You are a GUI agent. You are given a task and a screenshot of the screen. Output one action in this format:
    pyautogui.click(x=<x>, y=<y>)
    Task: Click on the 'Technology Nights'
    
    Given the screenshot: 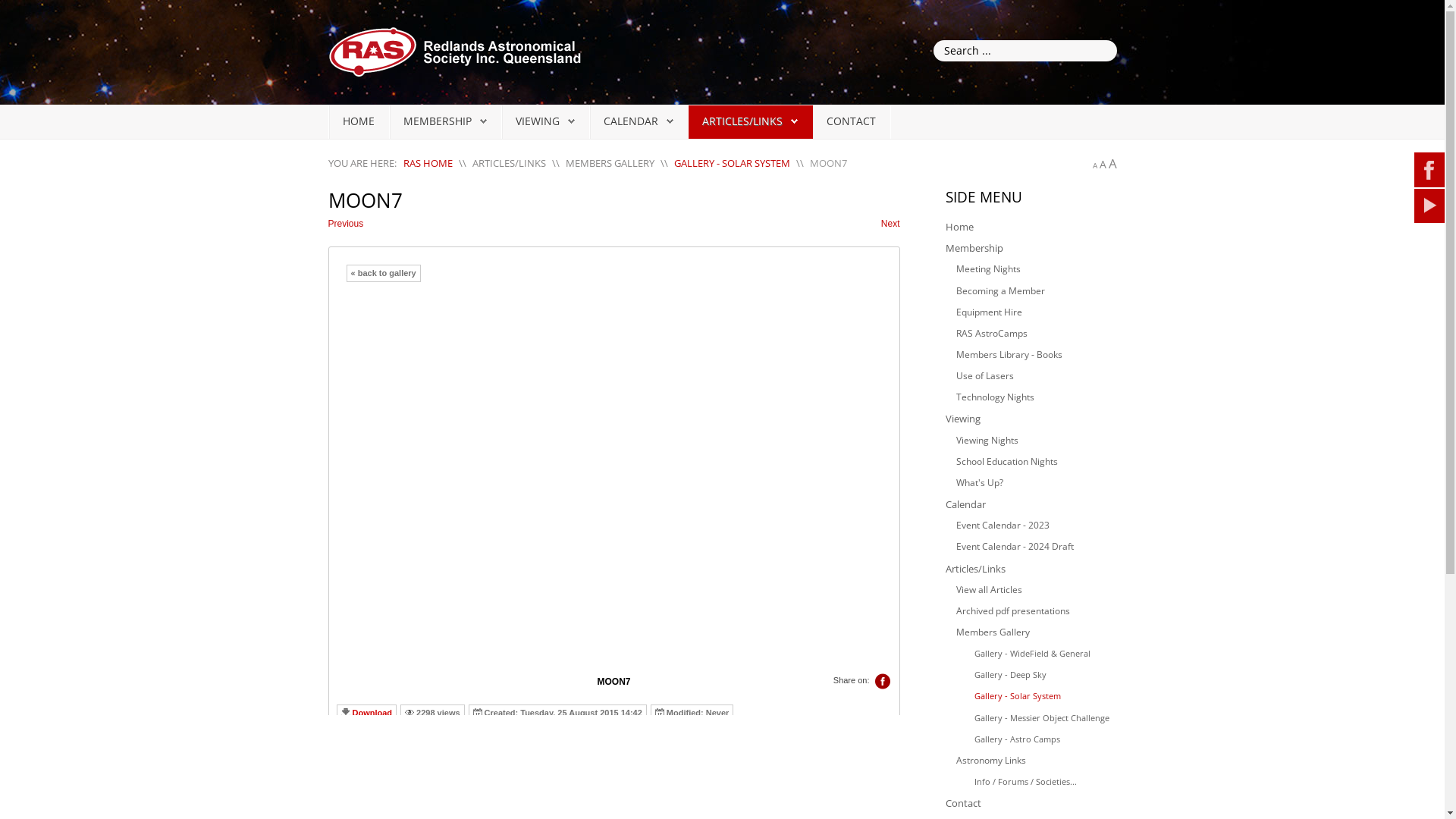 What is the action you would take?
    pyautogui.click(x=1035, y=397)
    